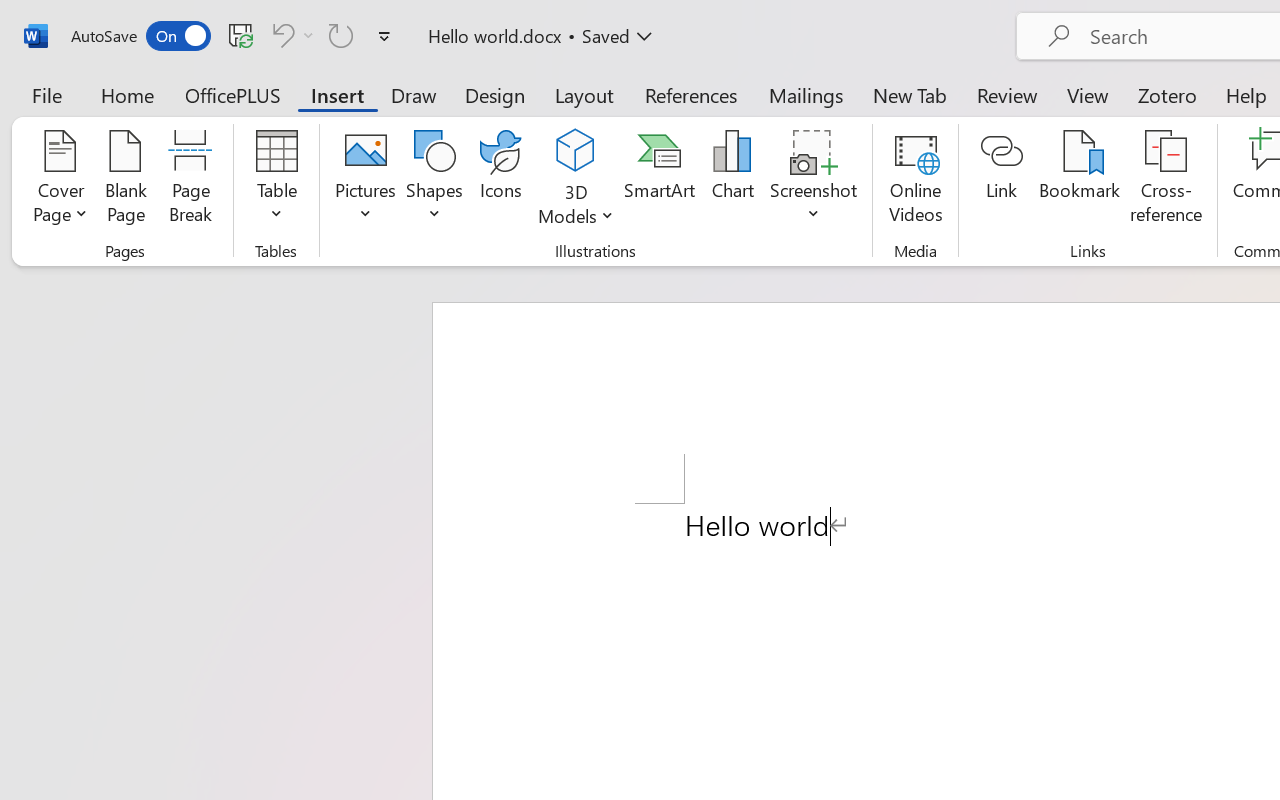 This screenshot has width=1280, height=800. I want to click on 'OfficePLUS', so click(233, 94).